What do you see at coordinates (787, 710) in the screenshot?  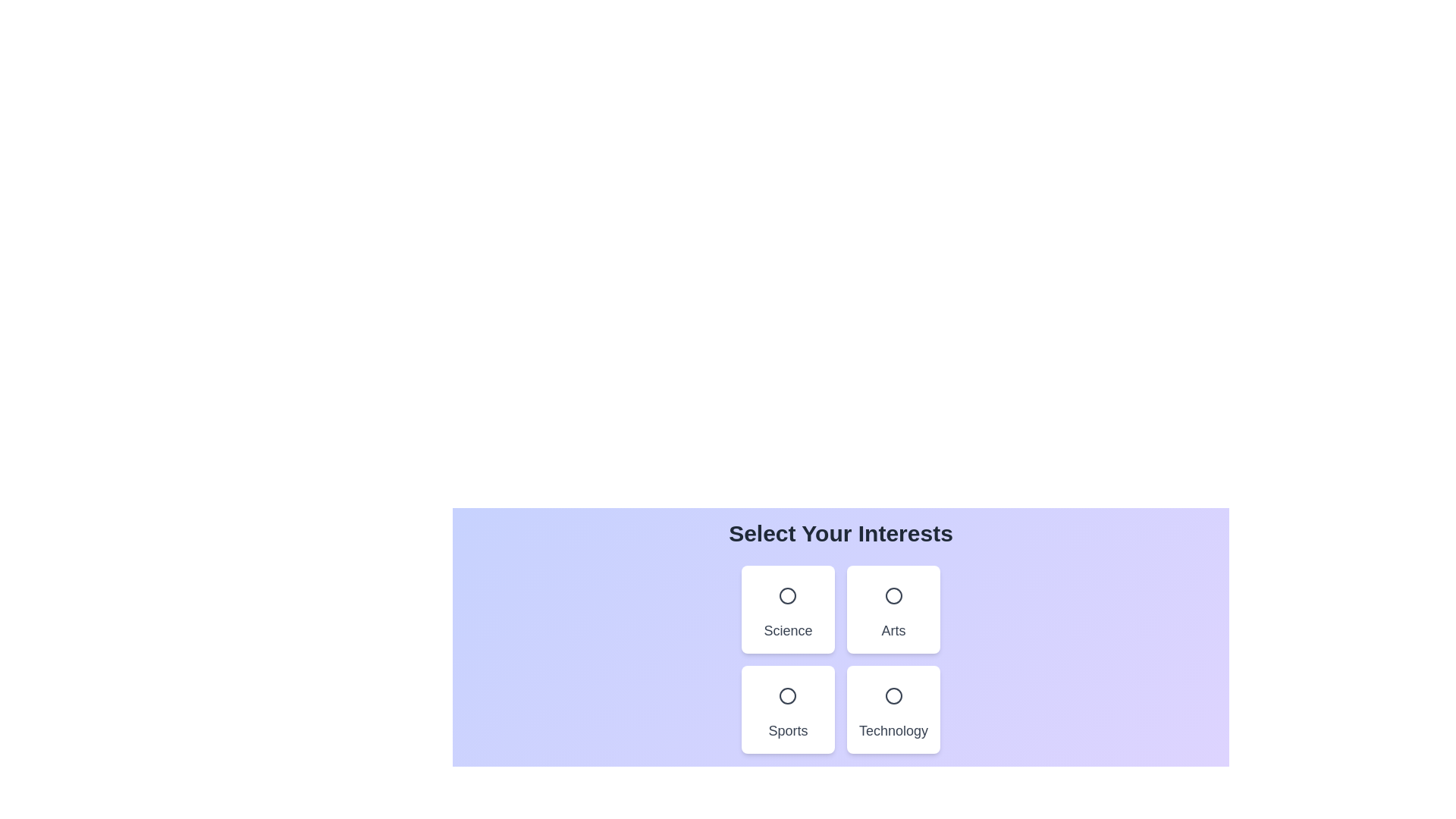 I see `the category Sports by clicking on it` at bounding box center [787, 710].